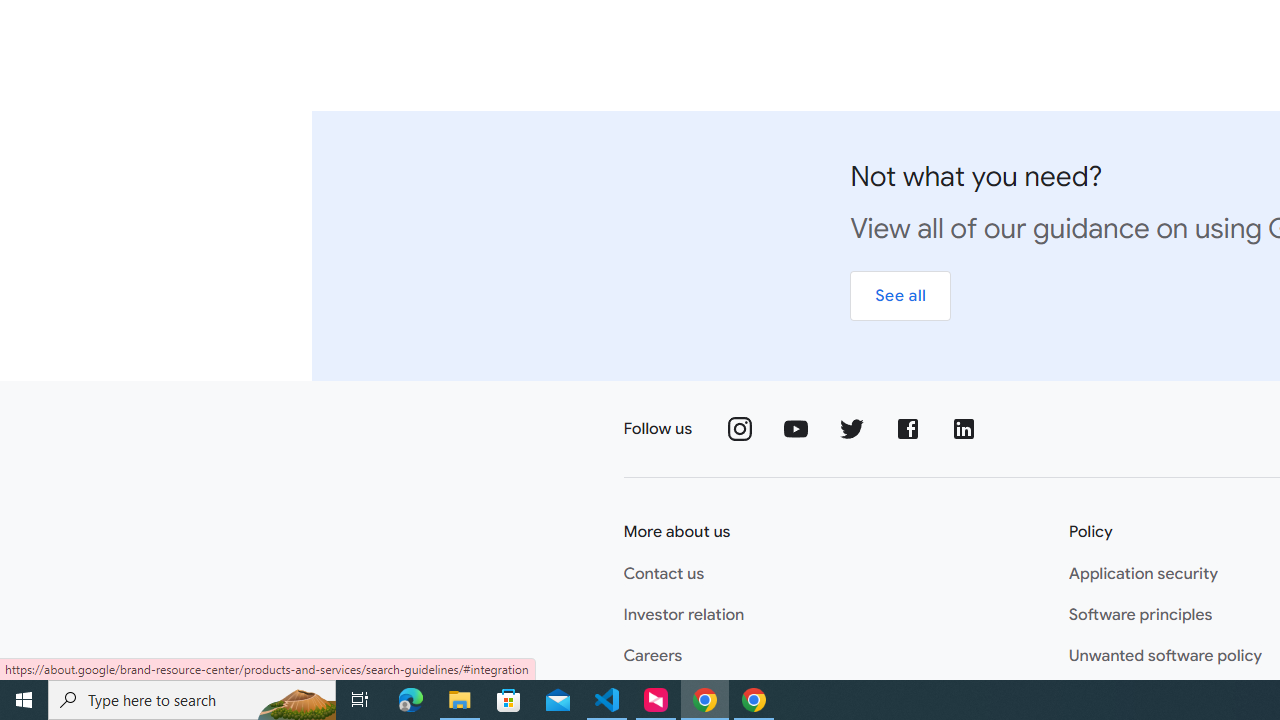 The image size is (1280, 720). Describe the element at coordinates (664, 574) in the screenshot. I see `'Contact us'` at that location.